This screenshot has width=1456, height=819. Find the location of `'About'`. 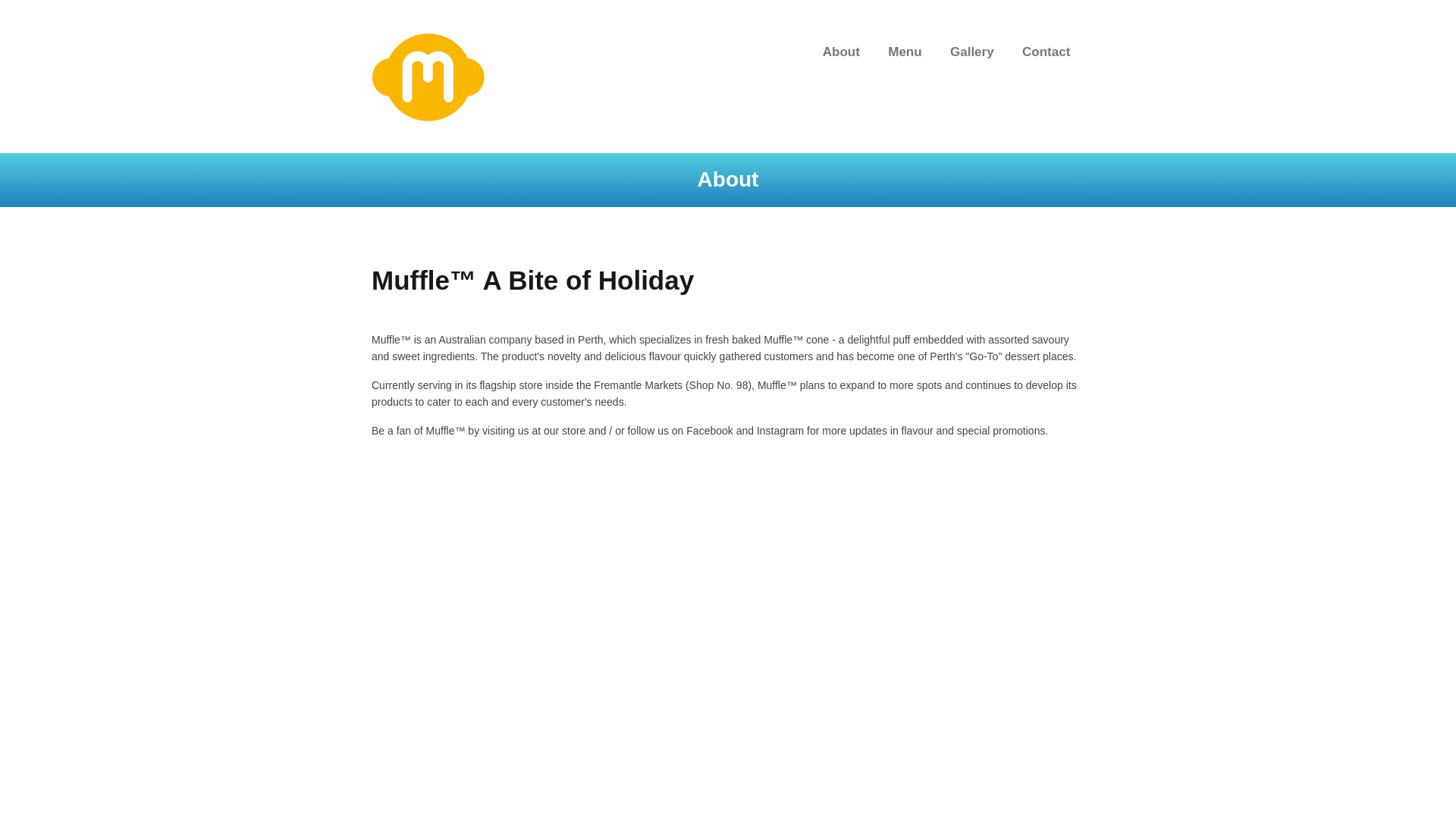

'About' is located at coordinates (839, 52).